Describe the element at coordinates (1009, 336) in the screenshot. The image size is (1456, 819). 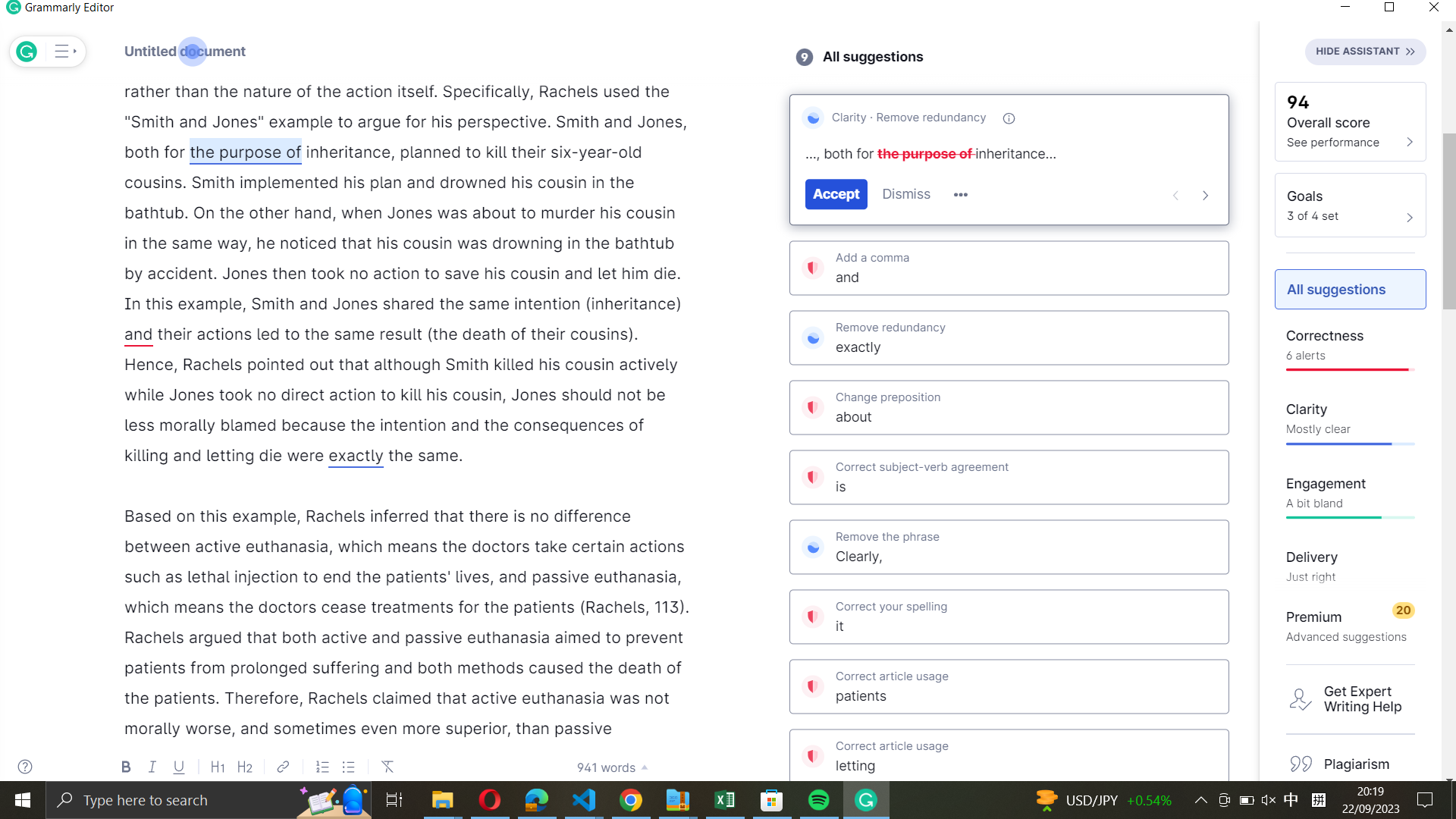
I see `Utilize Grammarly"s recommendation precisely as provided` at that location.